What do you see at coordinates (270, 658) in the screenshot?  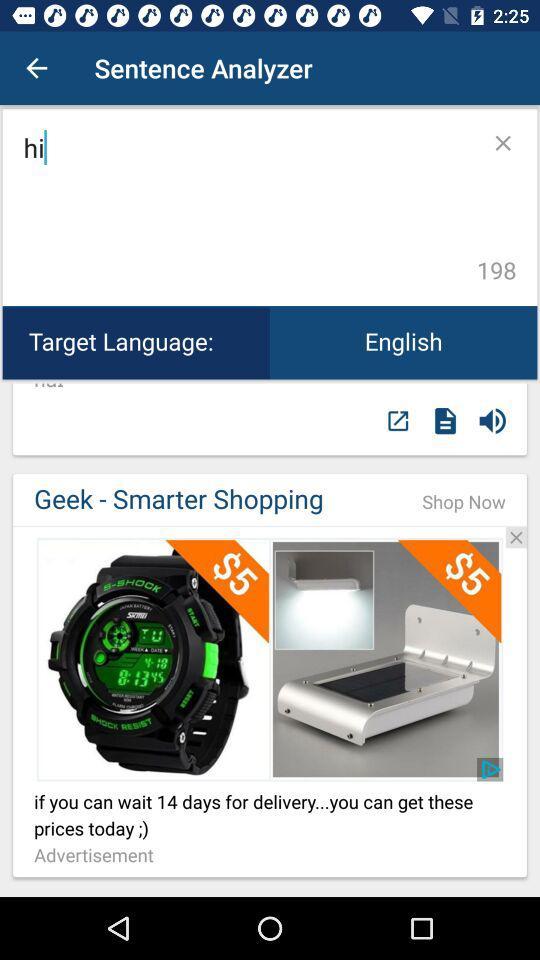 I see `open link` at bounding box center [270, 658].